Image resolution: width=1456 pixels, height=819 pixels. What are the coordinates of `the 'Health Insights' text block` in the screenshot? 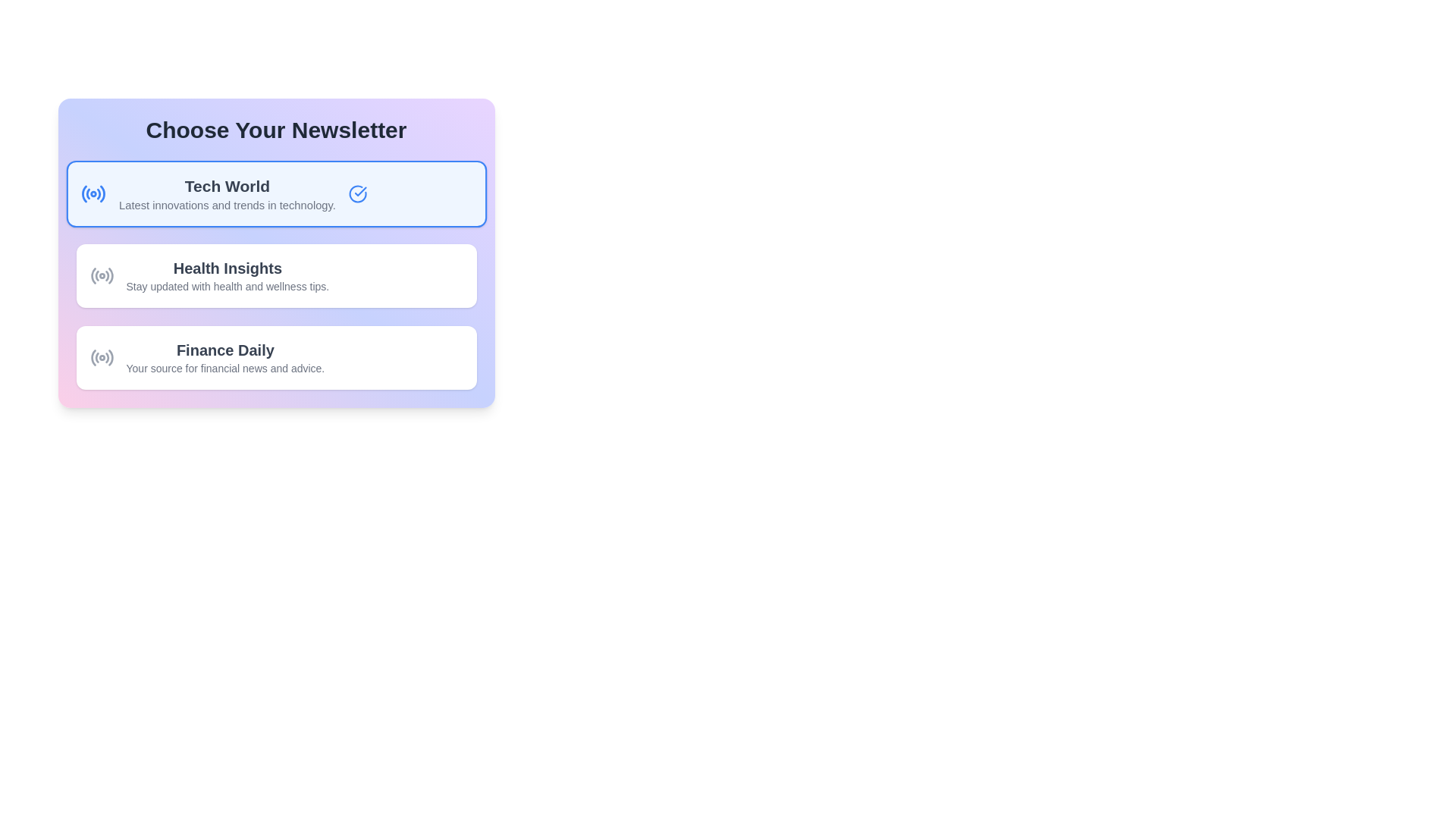 It's located at (227, 275).